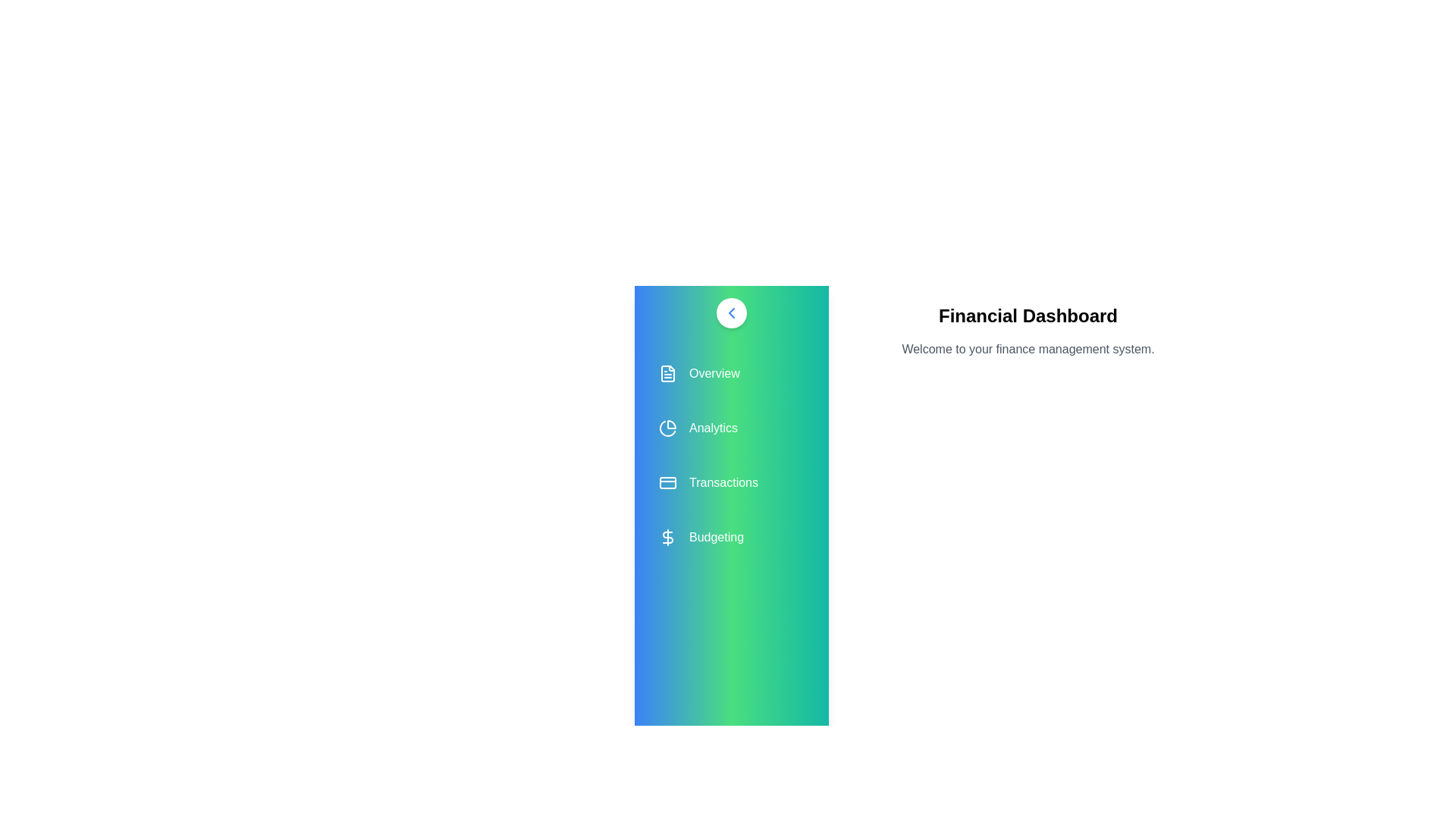  What do you see at coordinates (731, 312) in the screenshot?
I see `chevron button to toggle the drawer state` at bounding box center [731, 312].